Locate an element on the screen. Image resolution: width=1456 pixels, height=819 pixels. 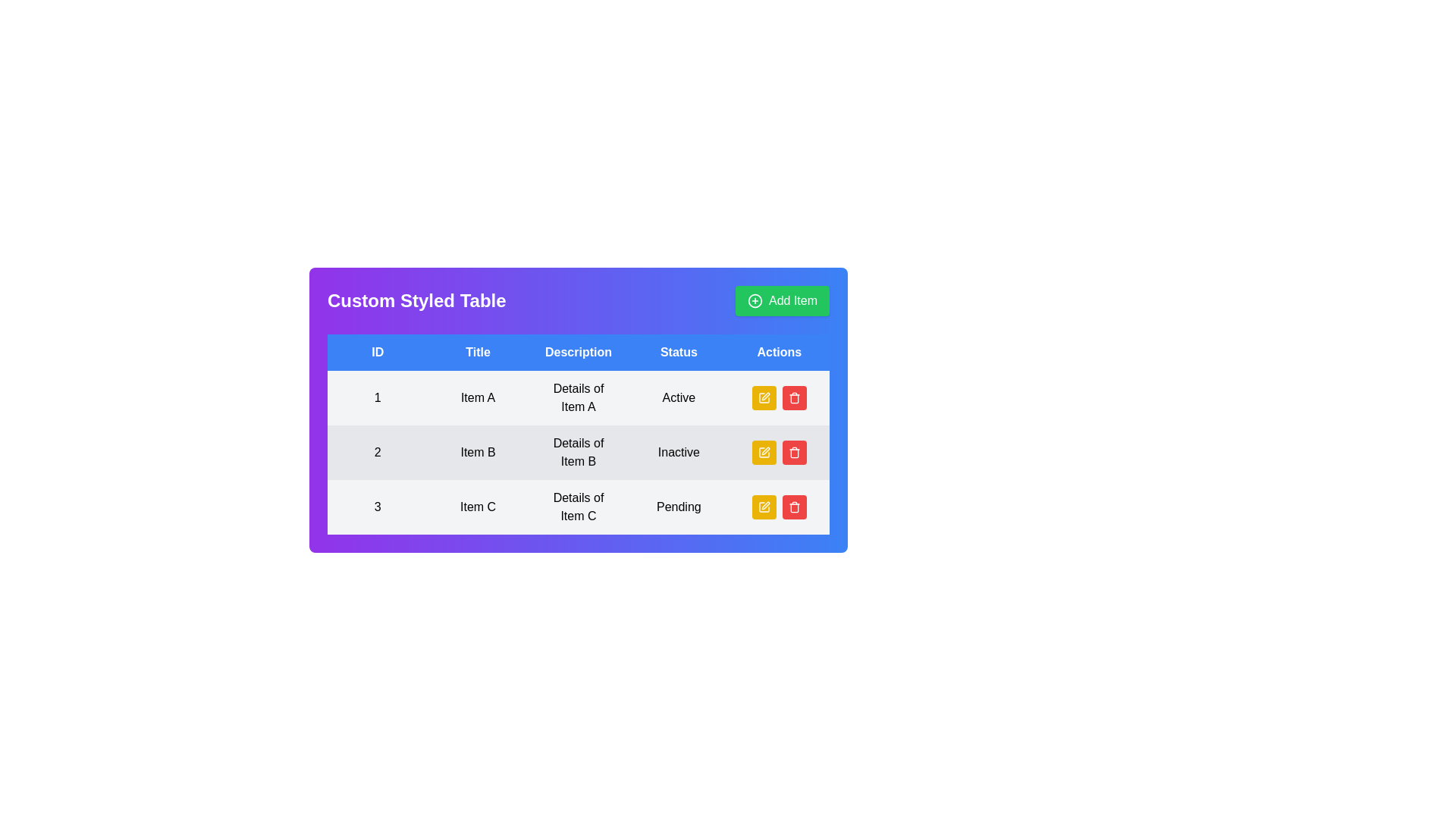
the header label that signifies the titles column in the table, located between the 'ID' and 'Description' columns is located at coordinates (477, 353).